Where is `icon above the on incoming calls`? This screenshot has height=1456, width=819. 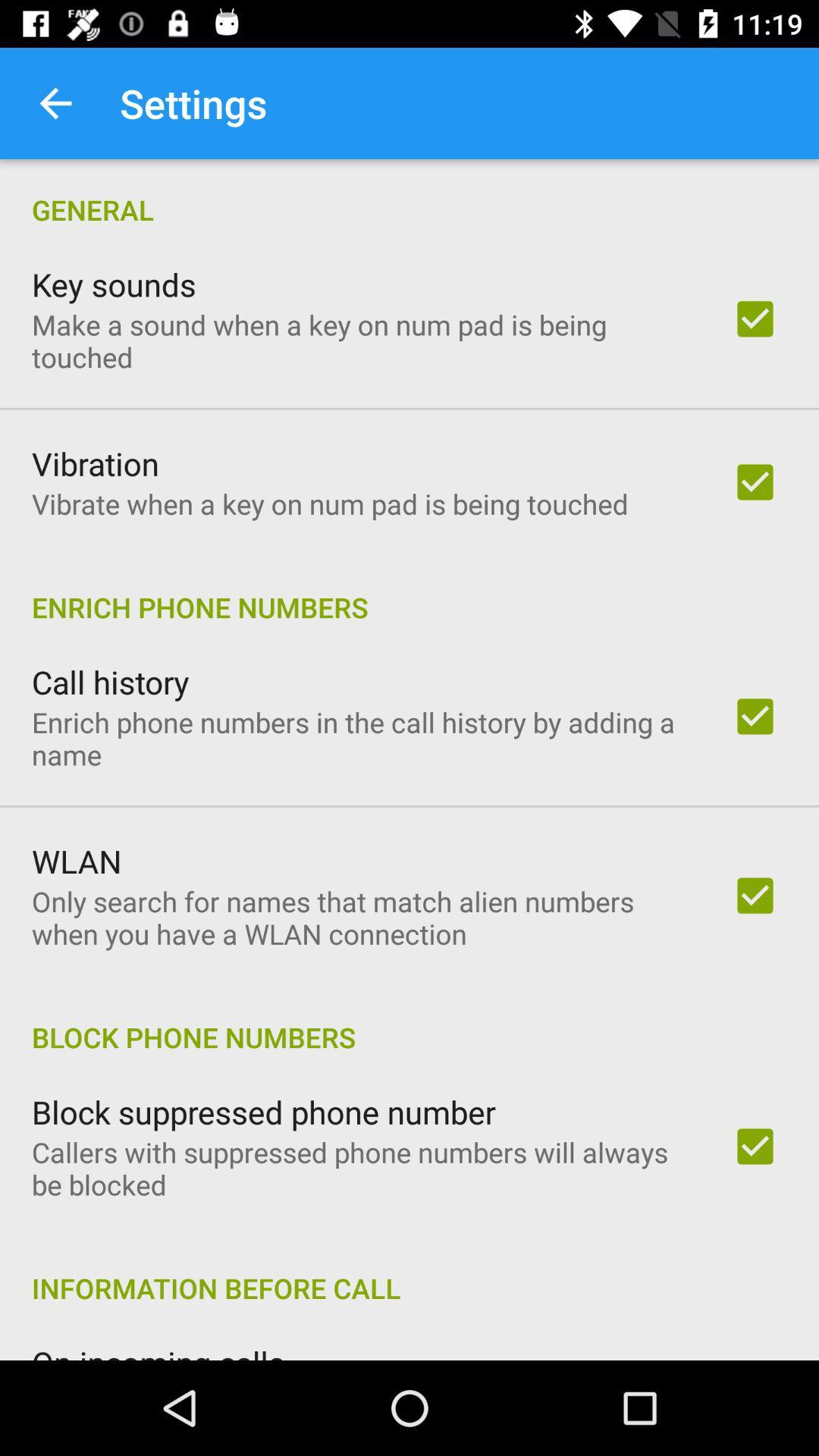 icon above the on incoming calls is located at coordinates (409, 1272).